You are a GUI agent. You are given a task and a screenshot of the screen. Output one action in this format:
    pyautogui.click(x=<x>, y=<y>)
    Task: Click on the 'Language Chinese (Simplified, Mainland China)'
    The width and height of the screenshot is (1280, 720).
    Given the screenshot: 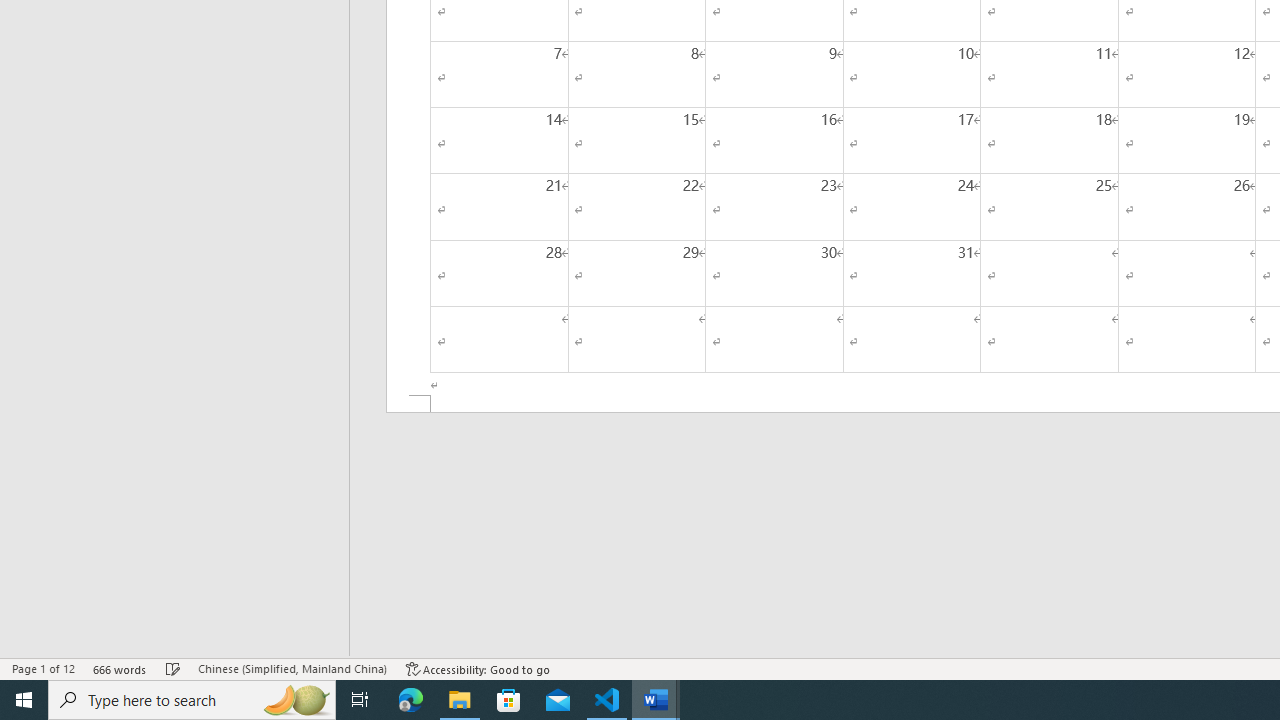 What is the action you would take?
    pyautogui.click(x=291, y=669)
    